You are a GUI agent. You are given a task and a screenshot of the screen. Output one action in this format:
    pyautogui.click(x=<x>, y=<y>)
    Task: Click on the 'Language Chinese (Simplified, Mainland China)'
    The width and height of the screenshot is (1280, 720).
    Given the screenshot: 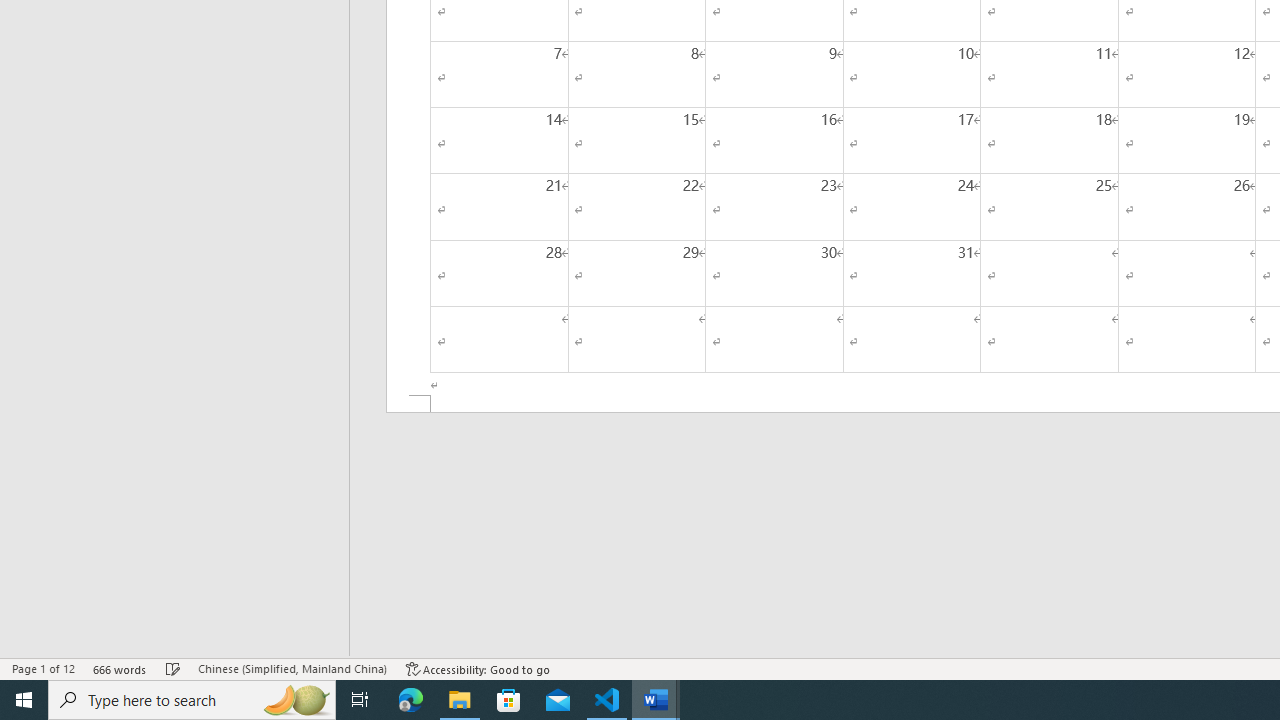 What is the action you would take?
    pyautogui.click(x=291, y=669)
    